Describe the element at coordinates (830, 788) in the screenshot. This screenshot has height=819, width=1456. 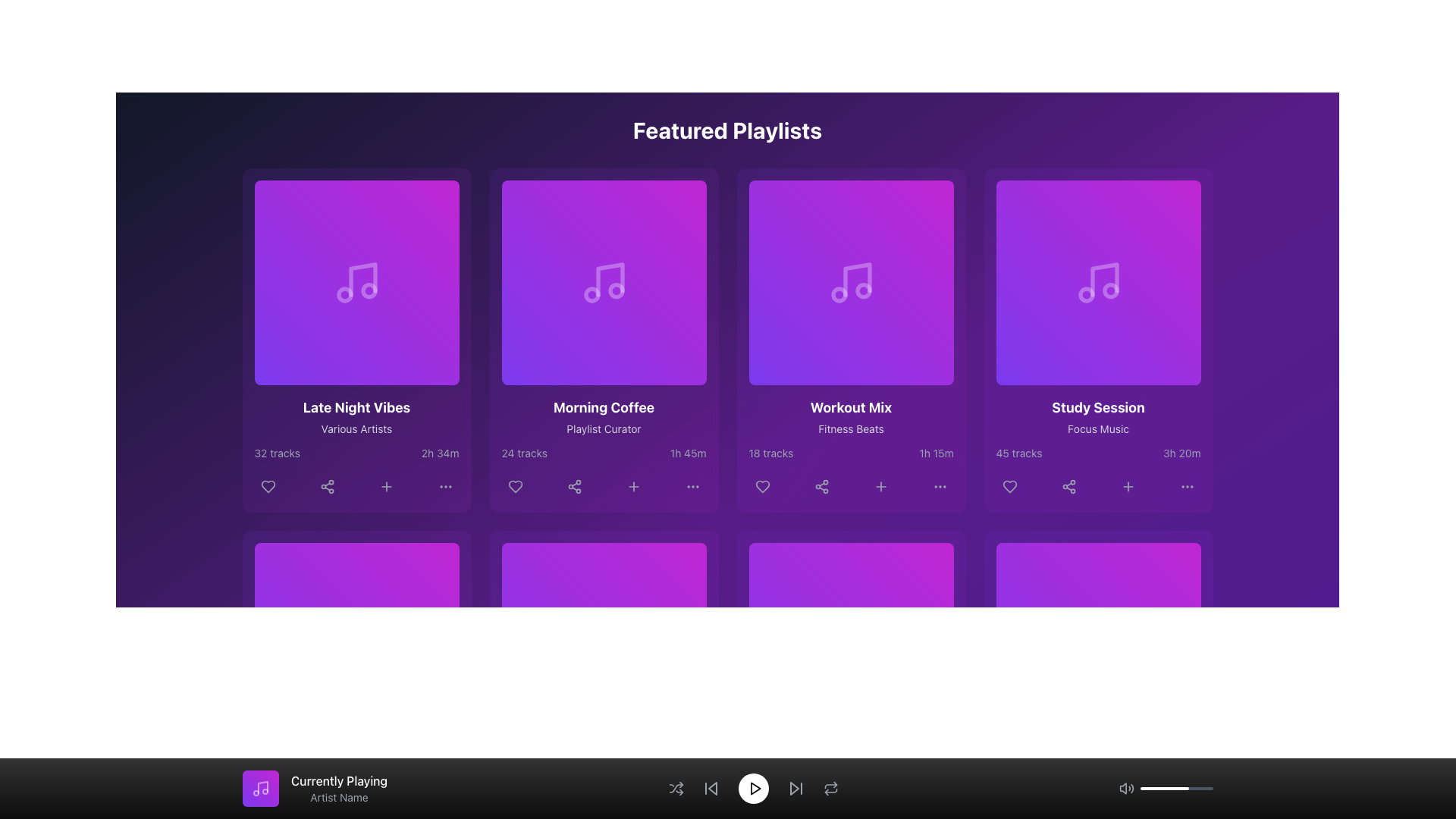
I see `the repeat button located at the far right of the control bar in the media player` at that location.